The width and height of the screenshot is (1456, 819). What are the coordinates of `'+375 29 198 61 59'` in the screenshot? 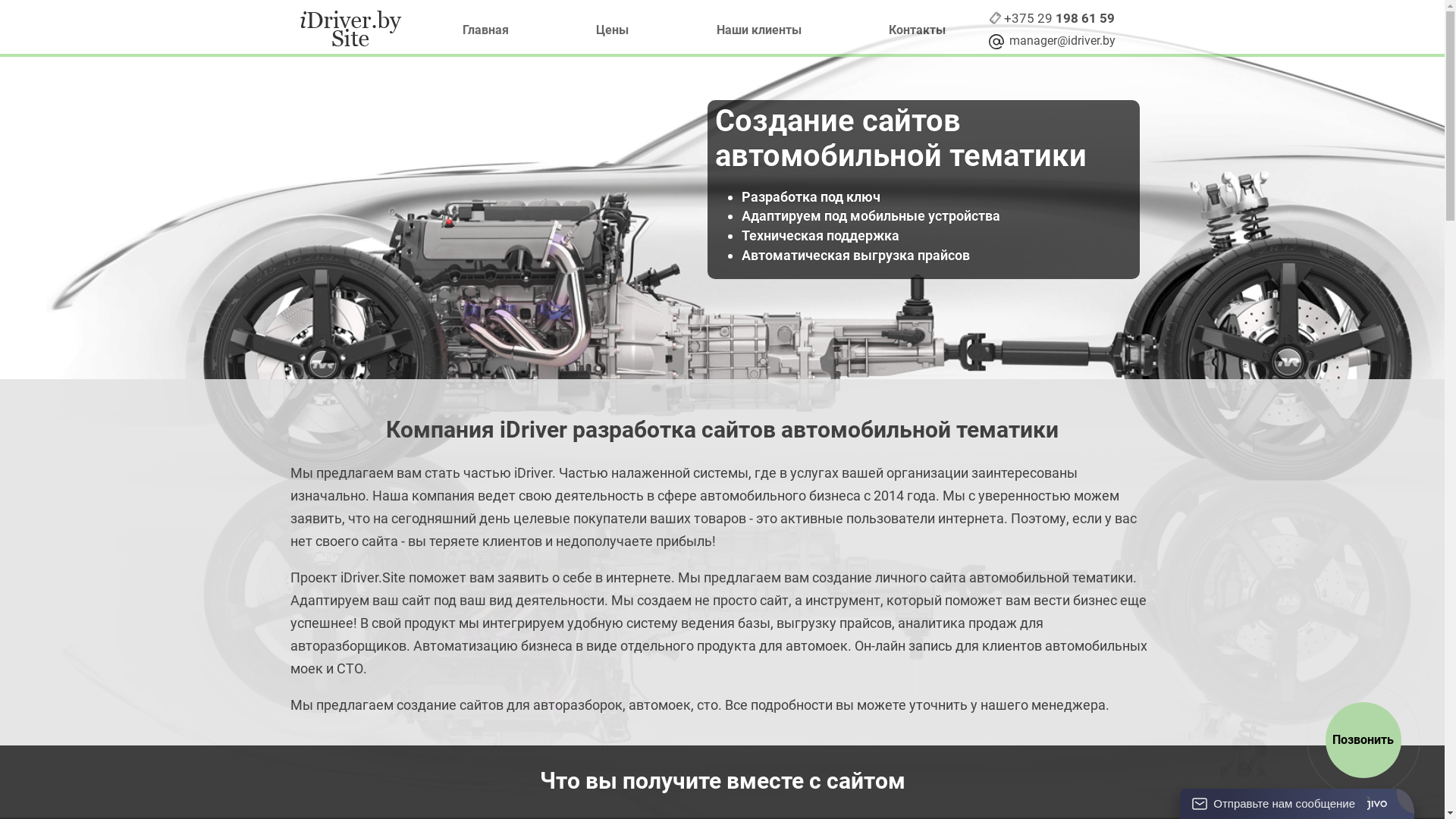 It's located at (1004, 18).